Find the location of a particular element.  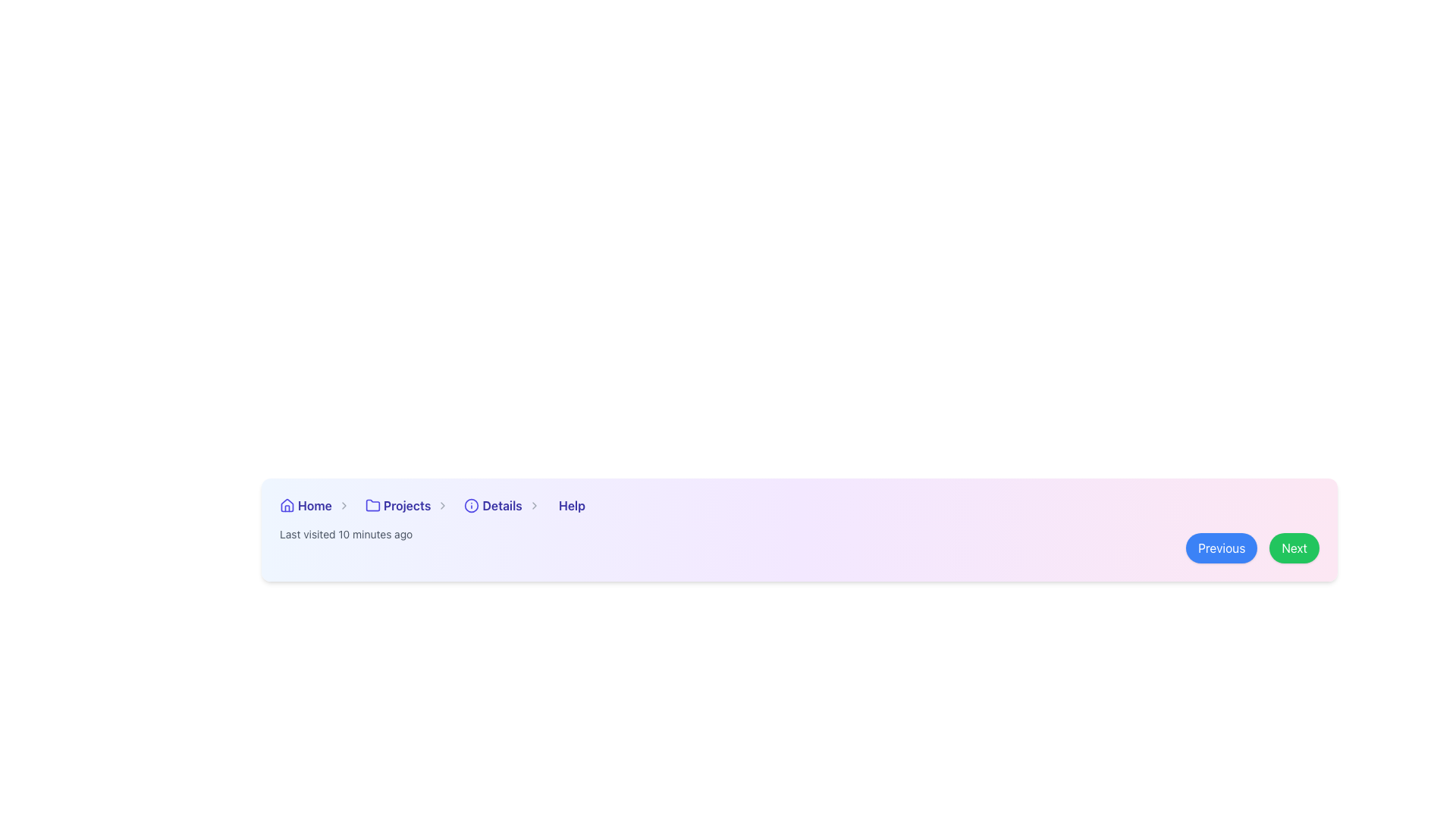

the text link labeled 'Details' in indigo that changes to pink on hover, located on the navigation bar after the information icon and before 'Help' is located at coordinates (502, 506).